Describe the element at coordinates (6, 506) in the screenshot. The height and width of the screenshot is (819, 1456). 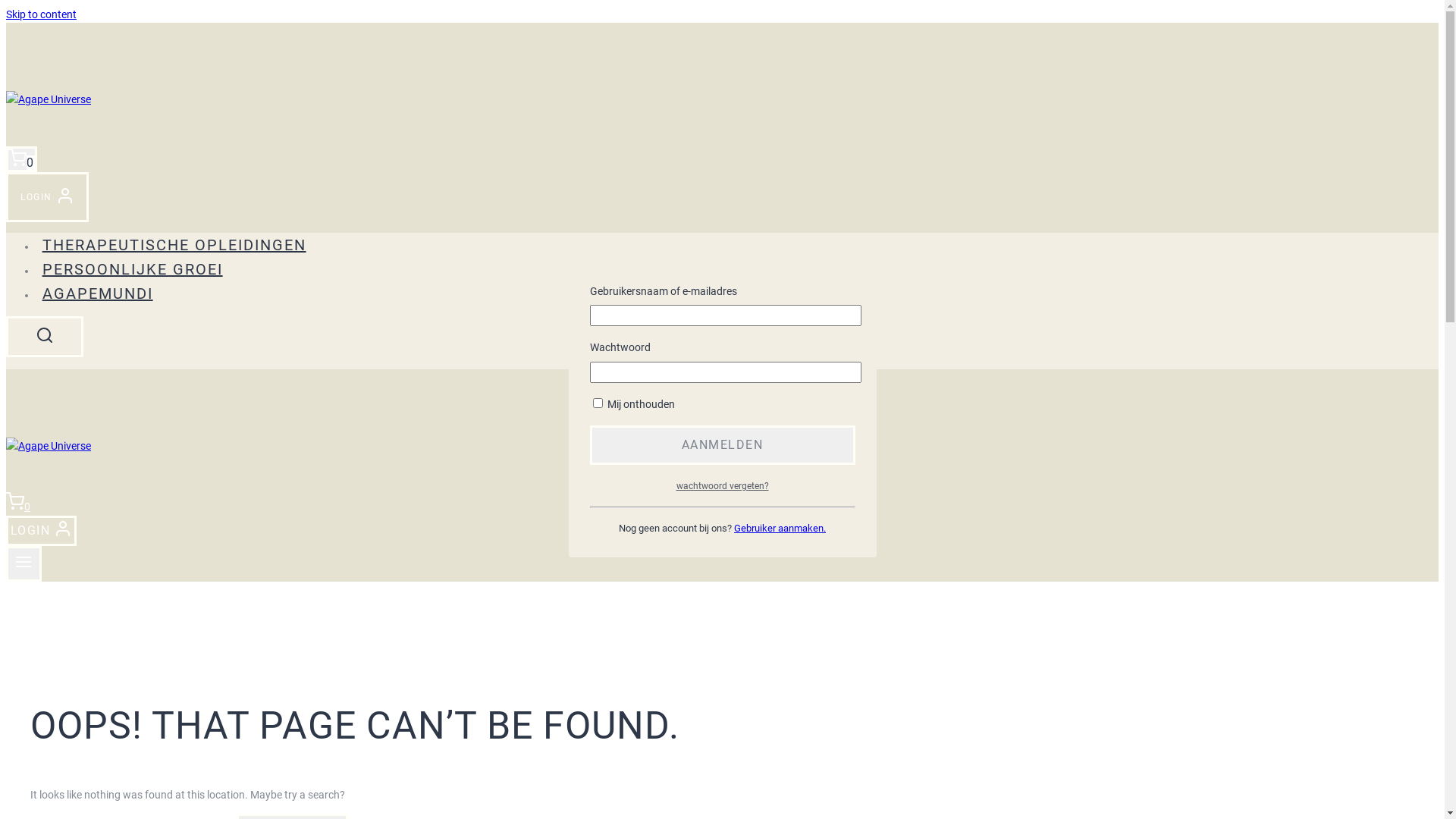
I see `'Mandje 0'` at that location.